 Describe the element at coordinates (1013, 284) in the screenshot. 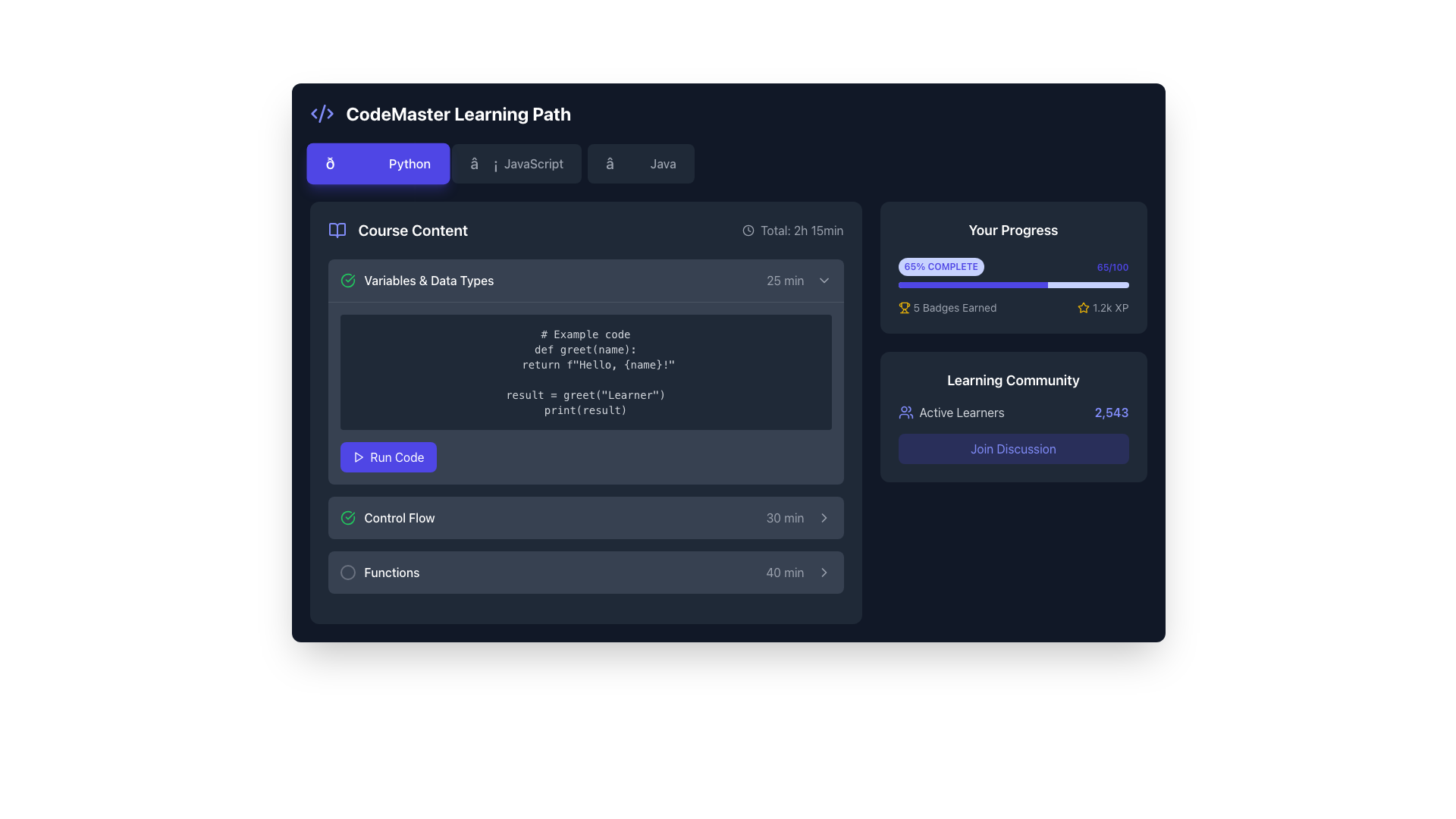

I see `the progress bar located in the 'Your Progress' section, which visually indicates 65% completion with a thin, rounded structure and a blue background` at that location.